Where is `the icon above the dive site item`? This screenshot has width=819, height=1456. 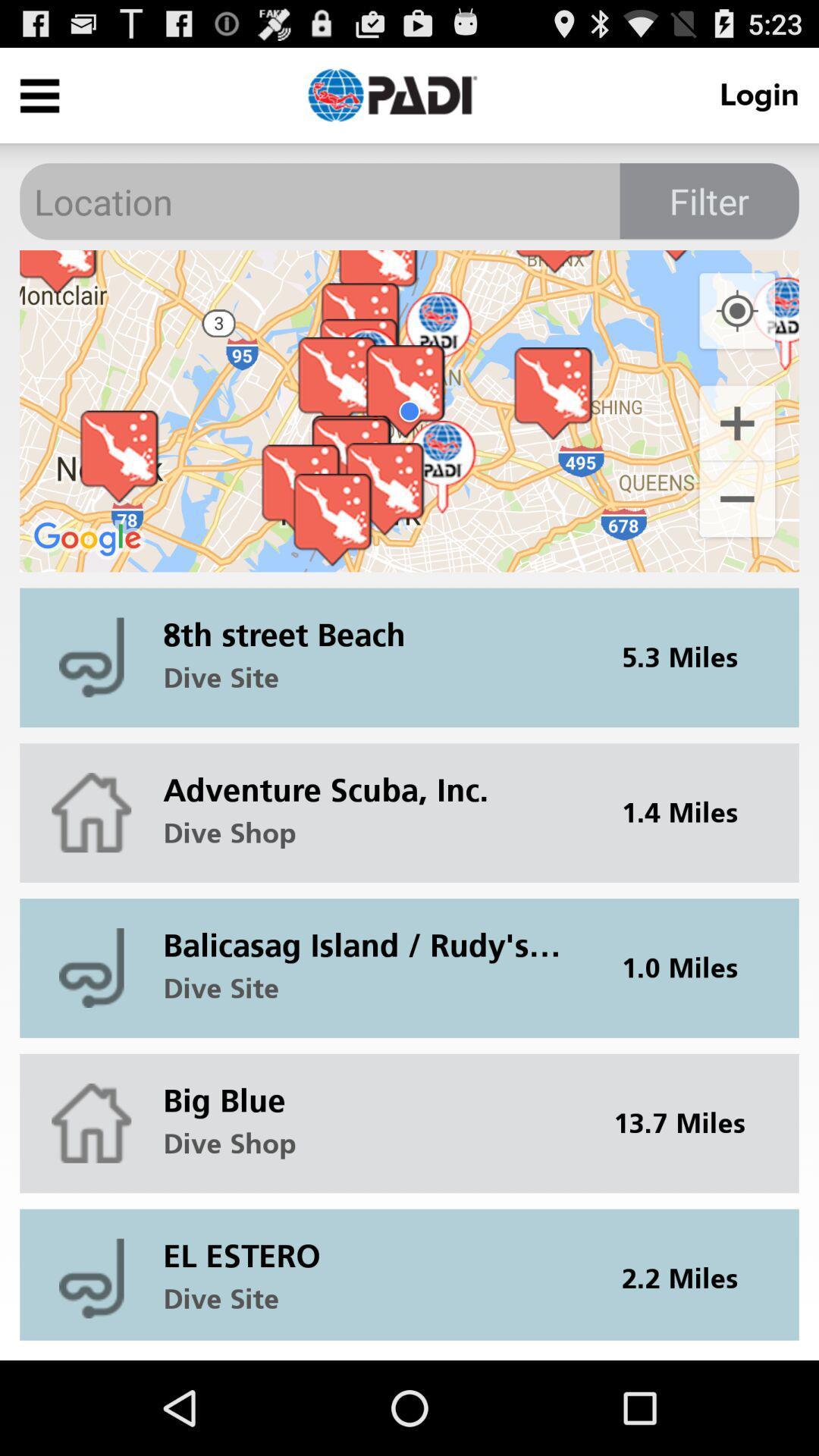 the icon above the dive site item is located at coordinates (372, 1244).